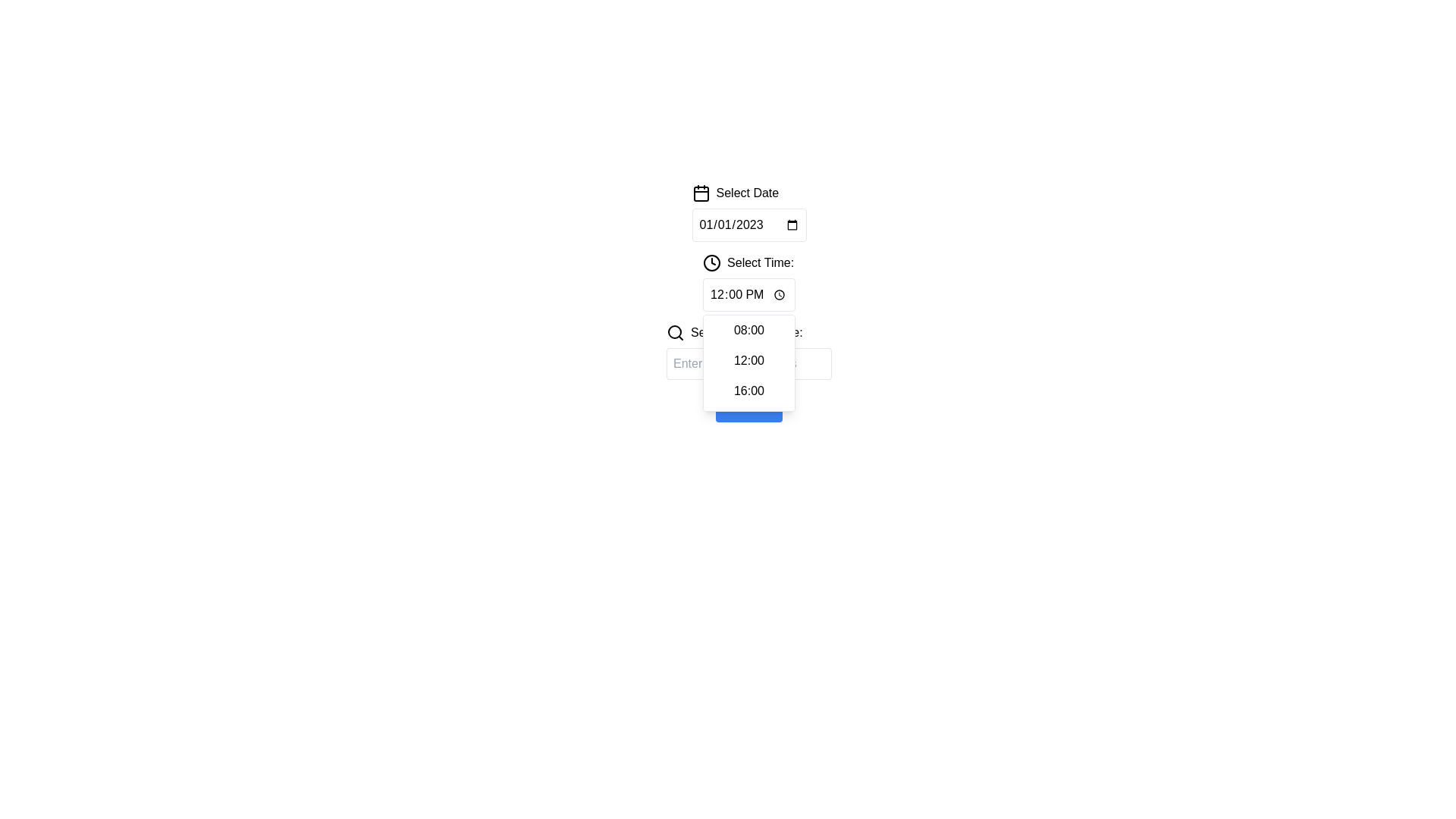 The image size is (1456, 819). Describe the element at coordinates (749, 283) in the screenshot. I see `the Dropdown menu located beneath the 'Select Date' field` at that location.